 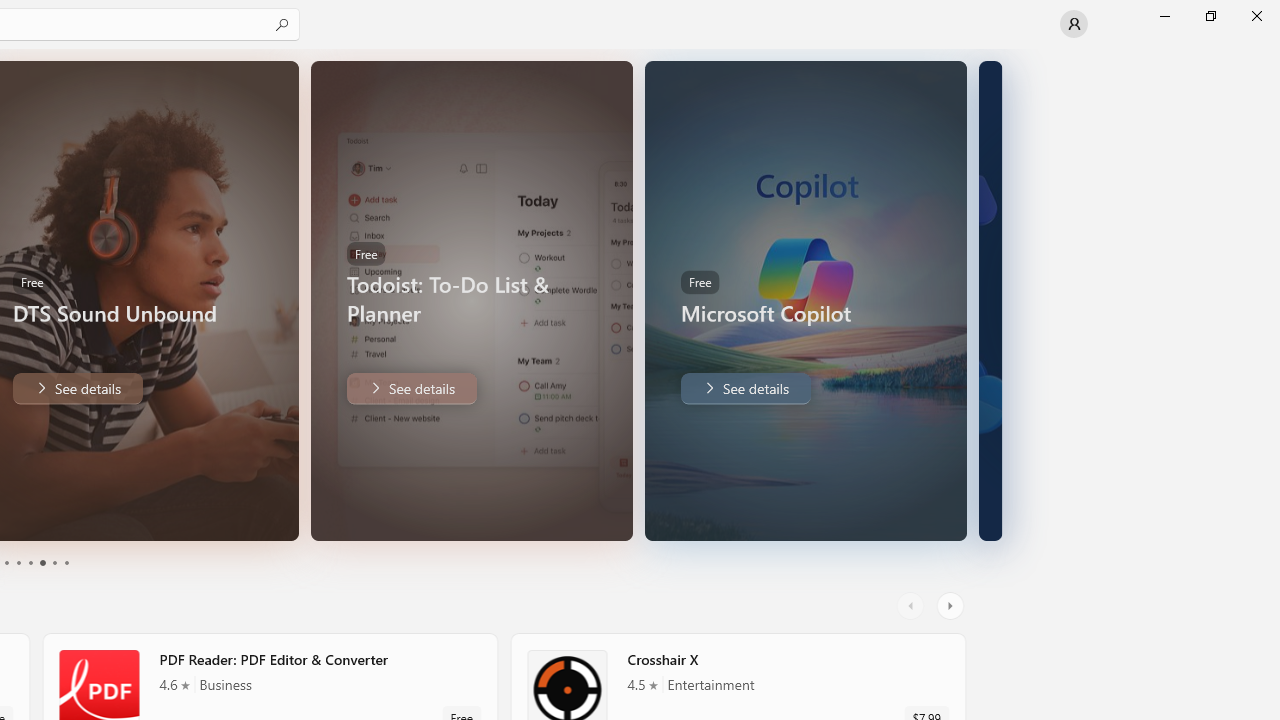 What do you see at coordinates (35, 563) in the screenshot?
I see `'Pager'` at bounding box center [35, 563].